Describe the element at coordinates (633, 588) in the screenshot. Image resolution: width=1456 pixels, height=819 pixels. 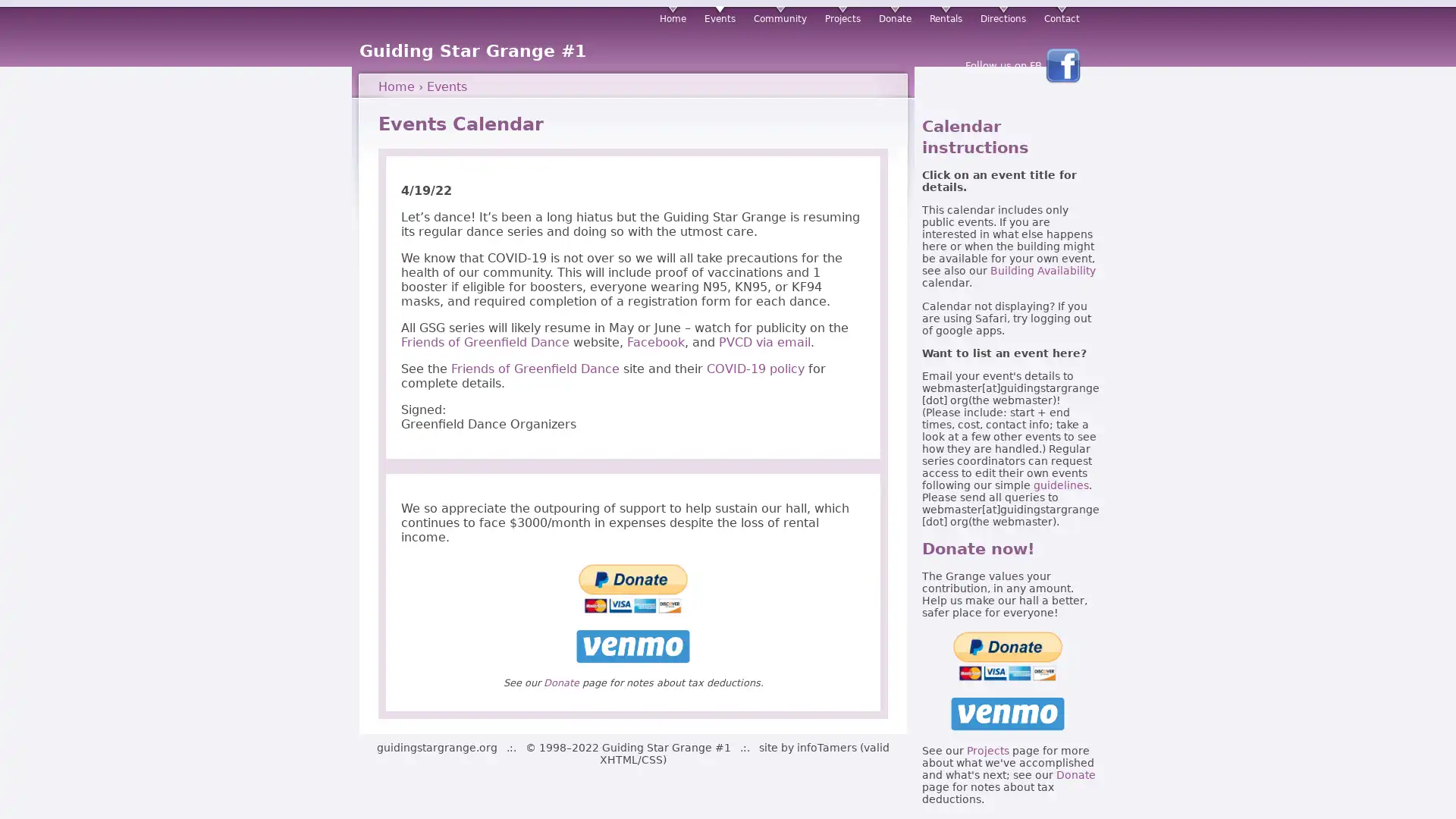
I see `PayPal - The safer, easier way to pay online!` at that location.